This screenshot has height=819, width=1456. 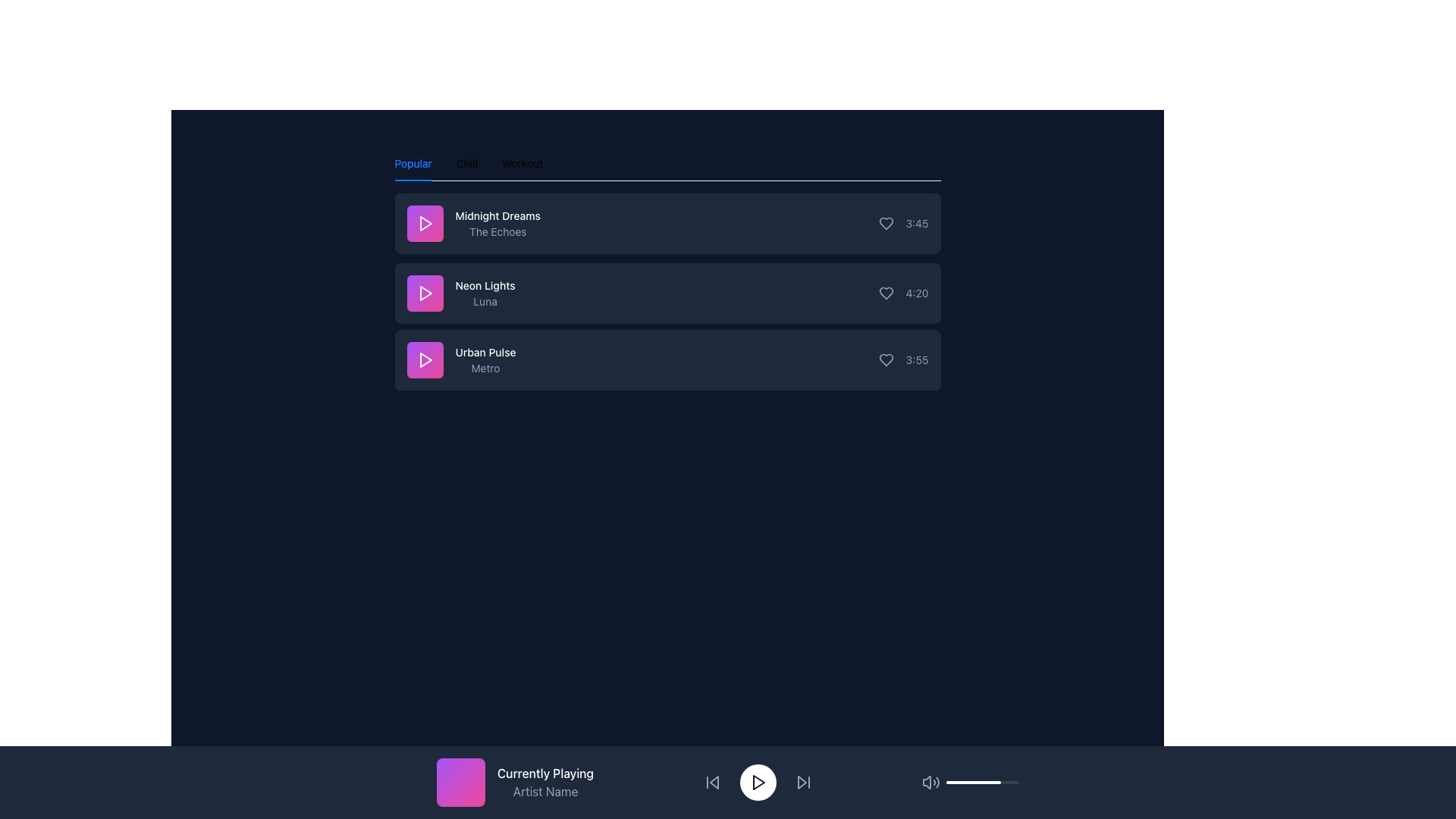 I want to click on the static text label displaying the duration of the first track in the playlist, so click(x=916, y=223).